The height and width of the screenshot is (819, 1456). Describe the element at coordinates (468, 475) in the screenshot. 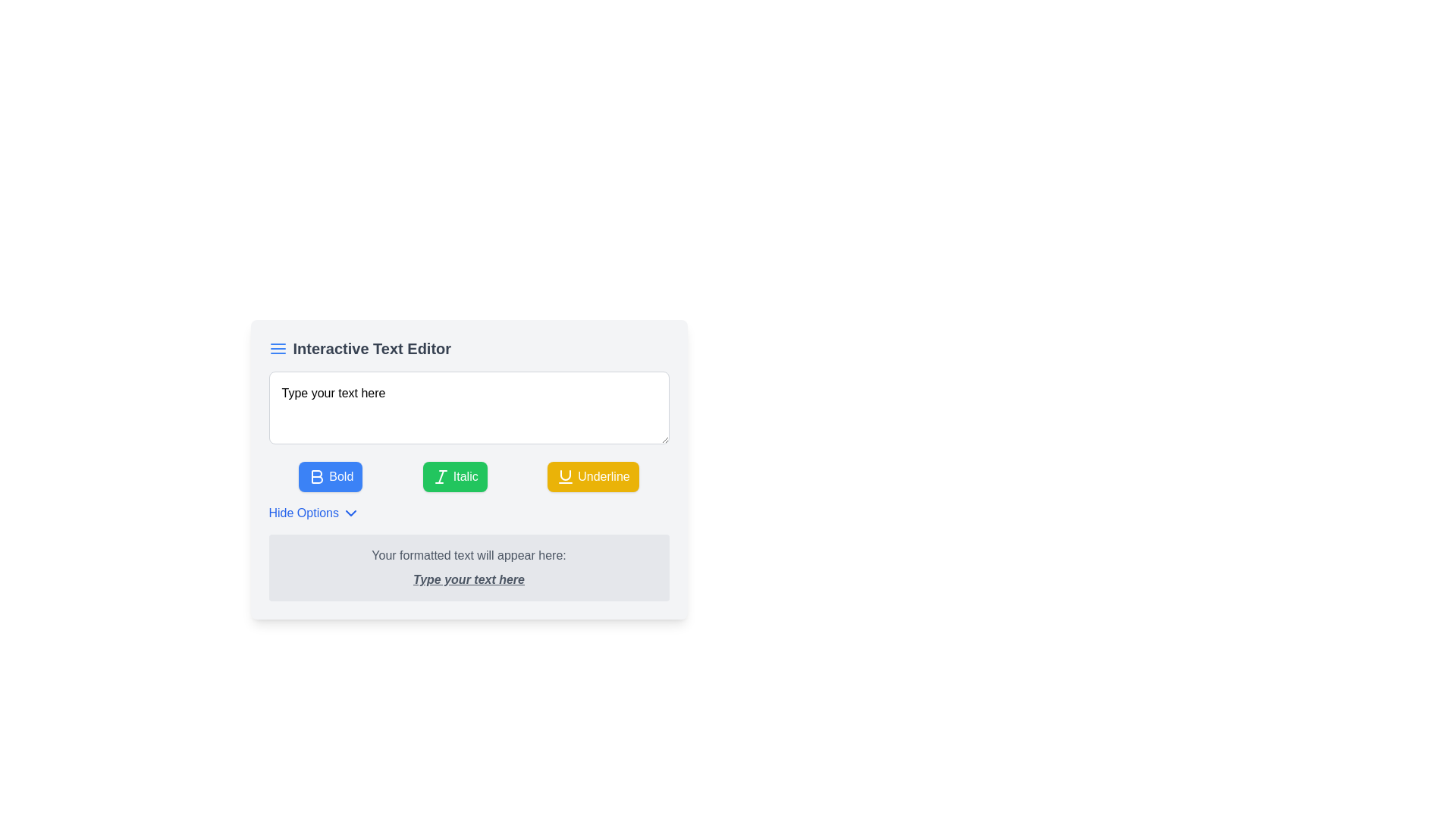

I see `the green 'Italic' button, which features an 'I' icon and is positioned between the 'Bold' and 'Underline' buttons in the text editor interface` at that location.